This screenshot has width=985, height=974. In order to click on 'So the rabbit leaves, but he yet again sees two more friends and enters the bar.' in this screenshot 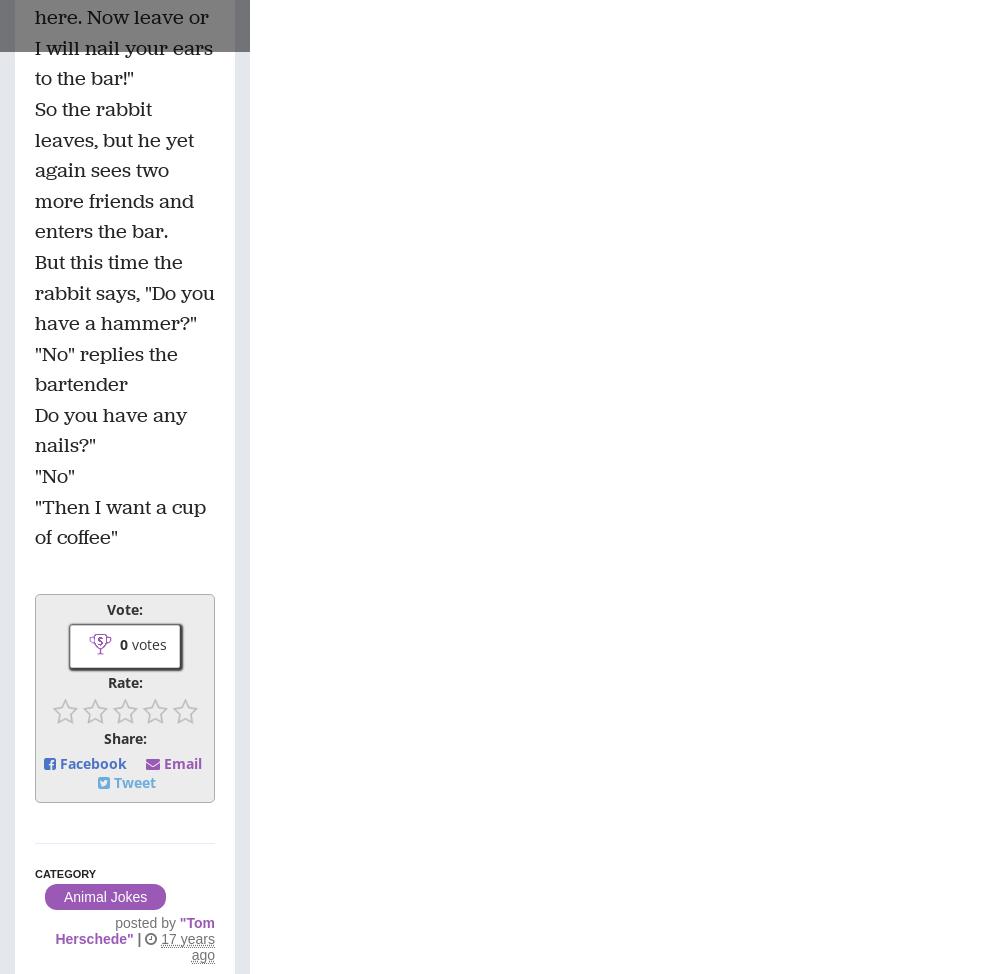, I will do `click(114, 169)`.